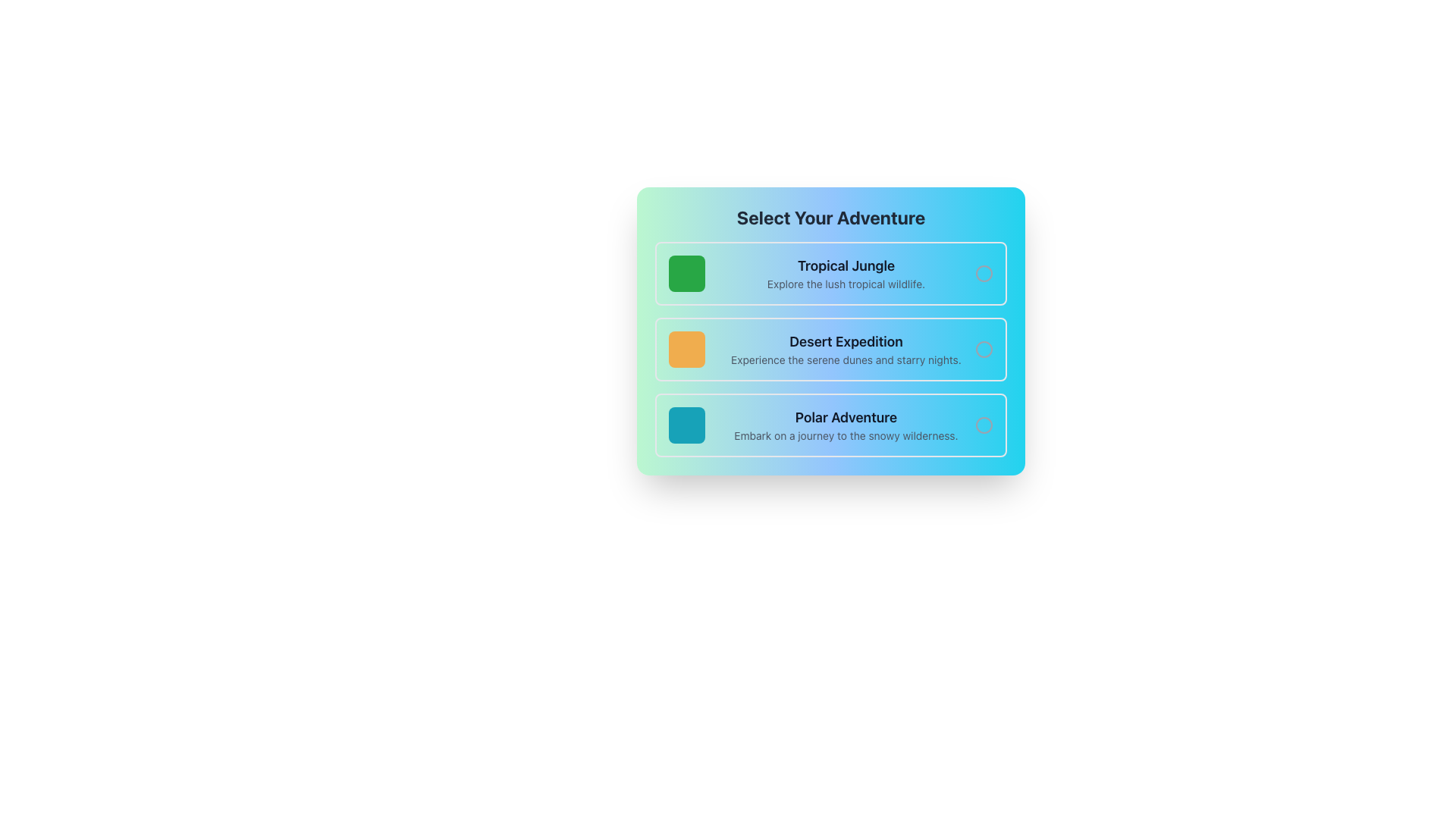 The height and width of the screenshot is (819, 1456). What do you see at coordinates (686, 425) in the screenshot?
I see `the graphical marker associated with the 'Polar Adventure' option by moving the cursor to its center point` at bounding box center [686, 425].